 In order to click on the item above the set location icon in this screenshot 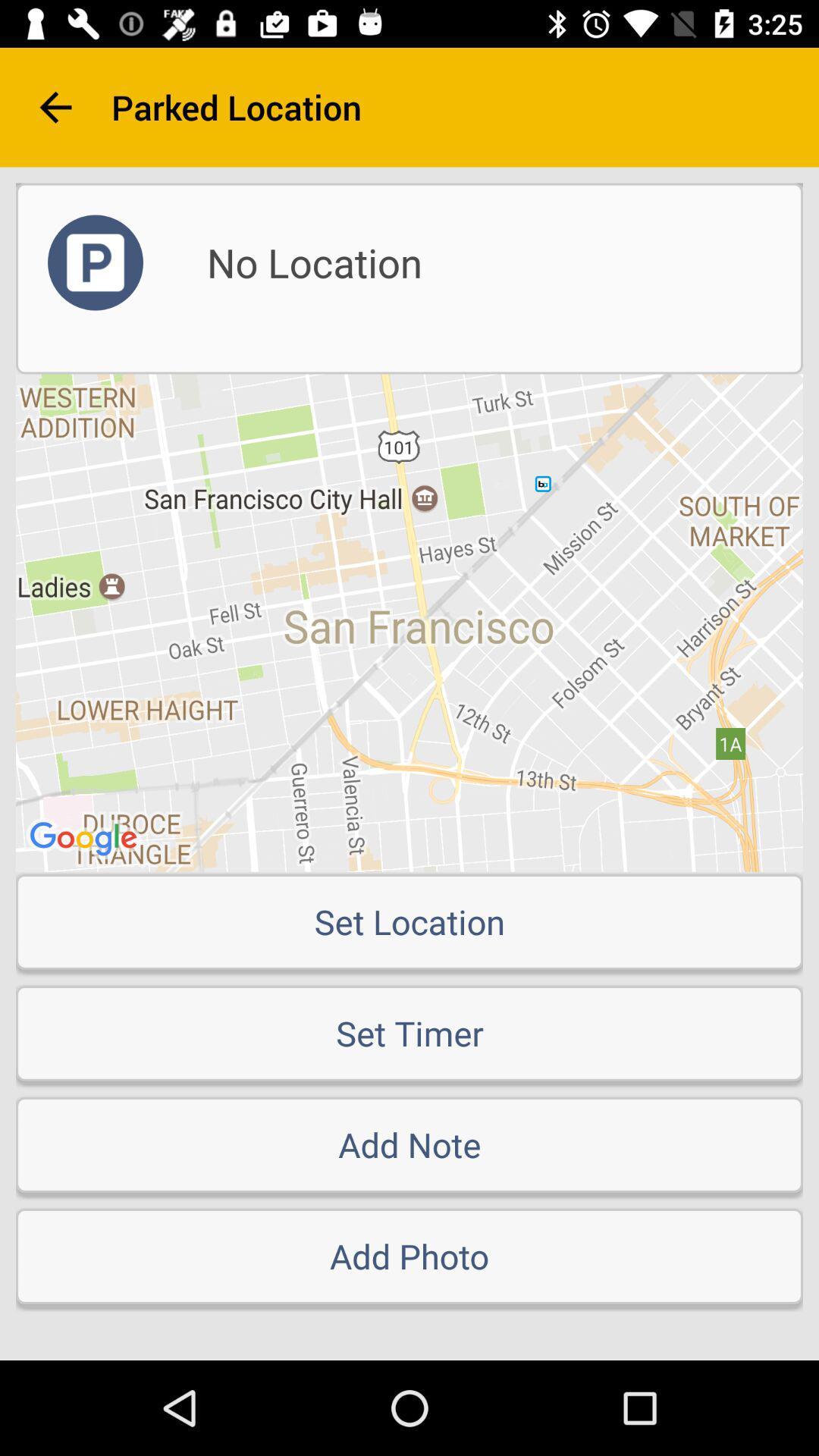, I will do `click(409, 623)`.